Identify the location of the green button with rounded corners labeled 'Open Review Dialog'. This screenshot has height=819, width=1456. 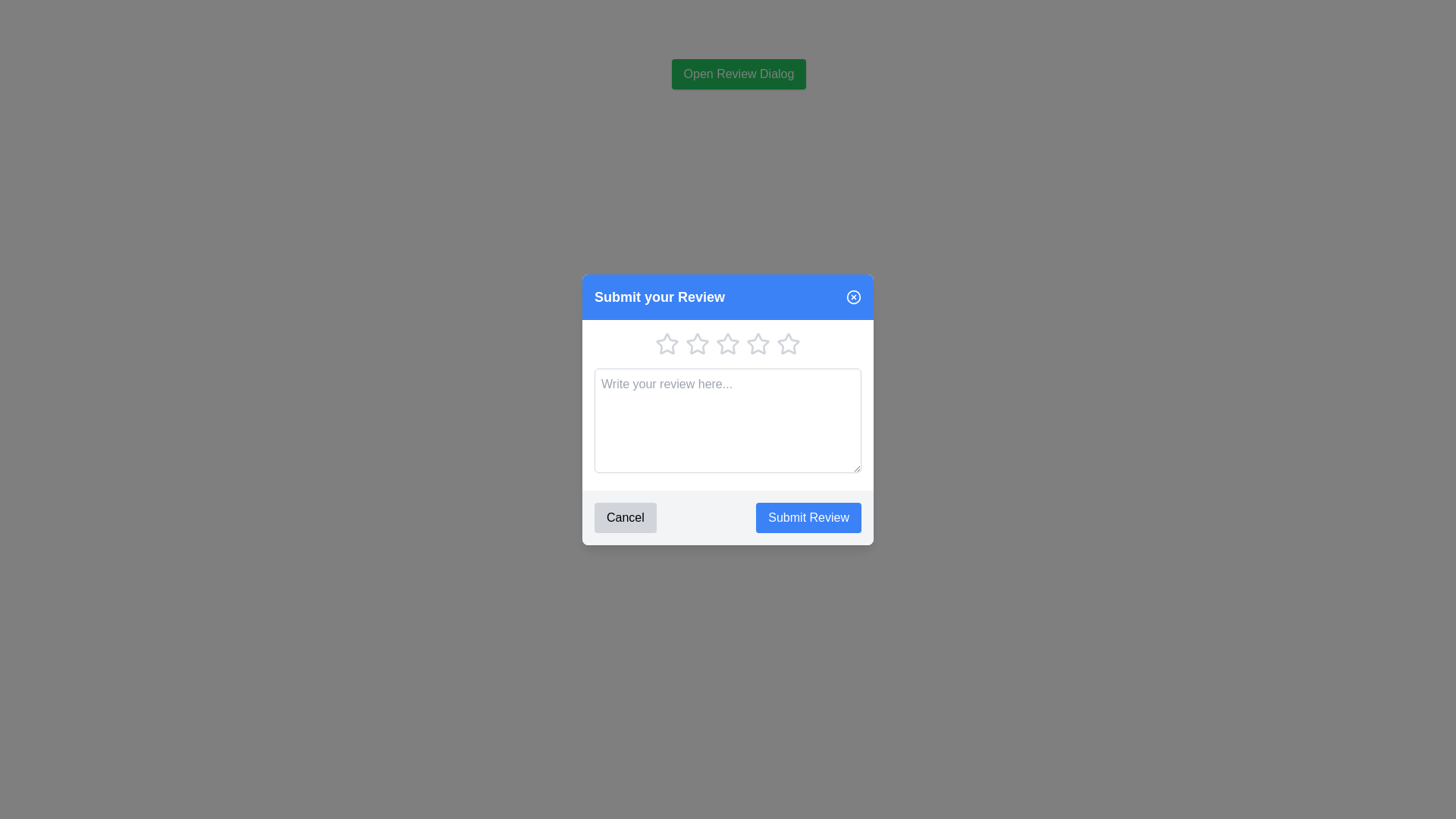
(739, 74).